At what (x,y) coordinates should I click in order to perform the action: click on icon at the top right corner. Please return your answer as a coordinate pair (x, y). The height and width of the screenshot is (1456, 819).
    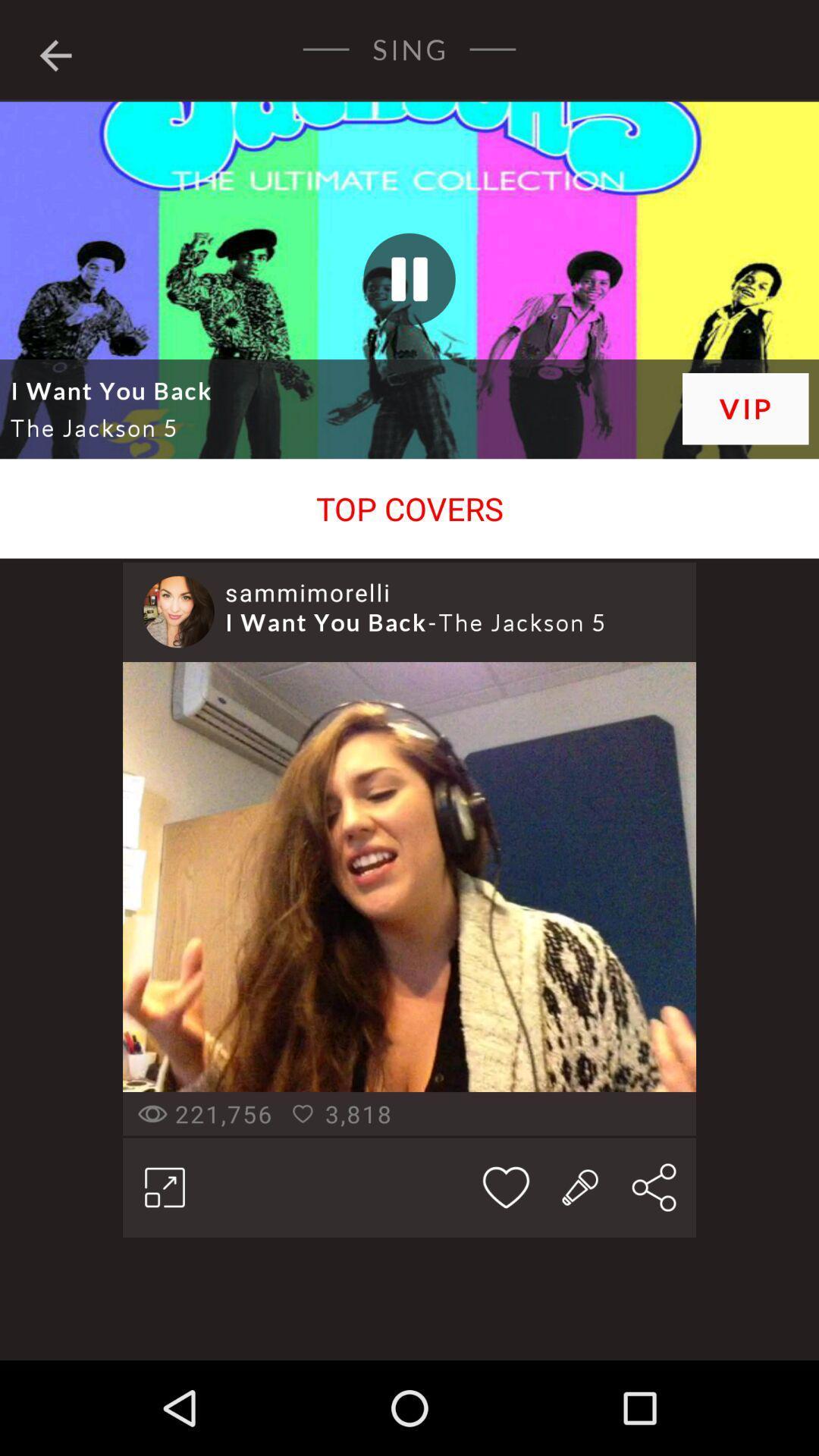
    Looking at the image, I should click on (745, 409).